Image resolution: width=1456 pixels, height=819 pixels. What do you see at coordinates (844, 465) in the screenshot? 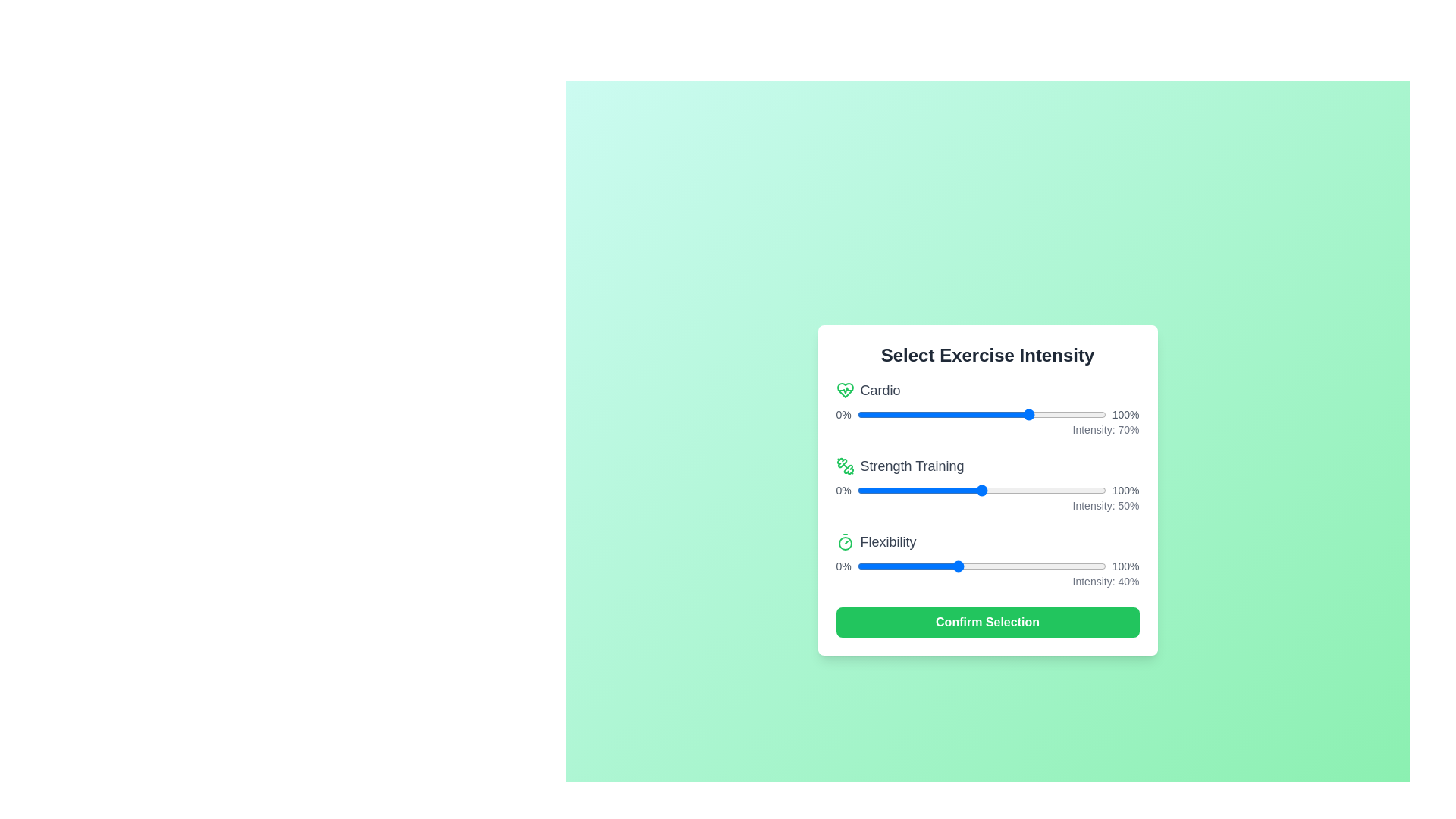
I see `the icon representing Strength Training to inspect it` at bounding box center [844, 465].